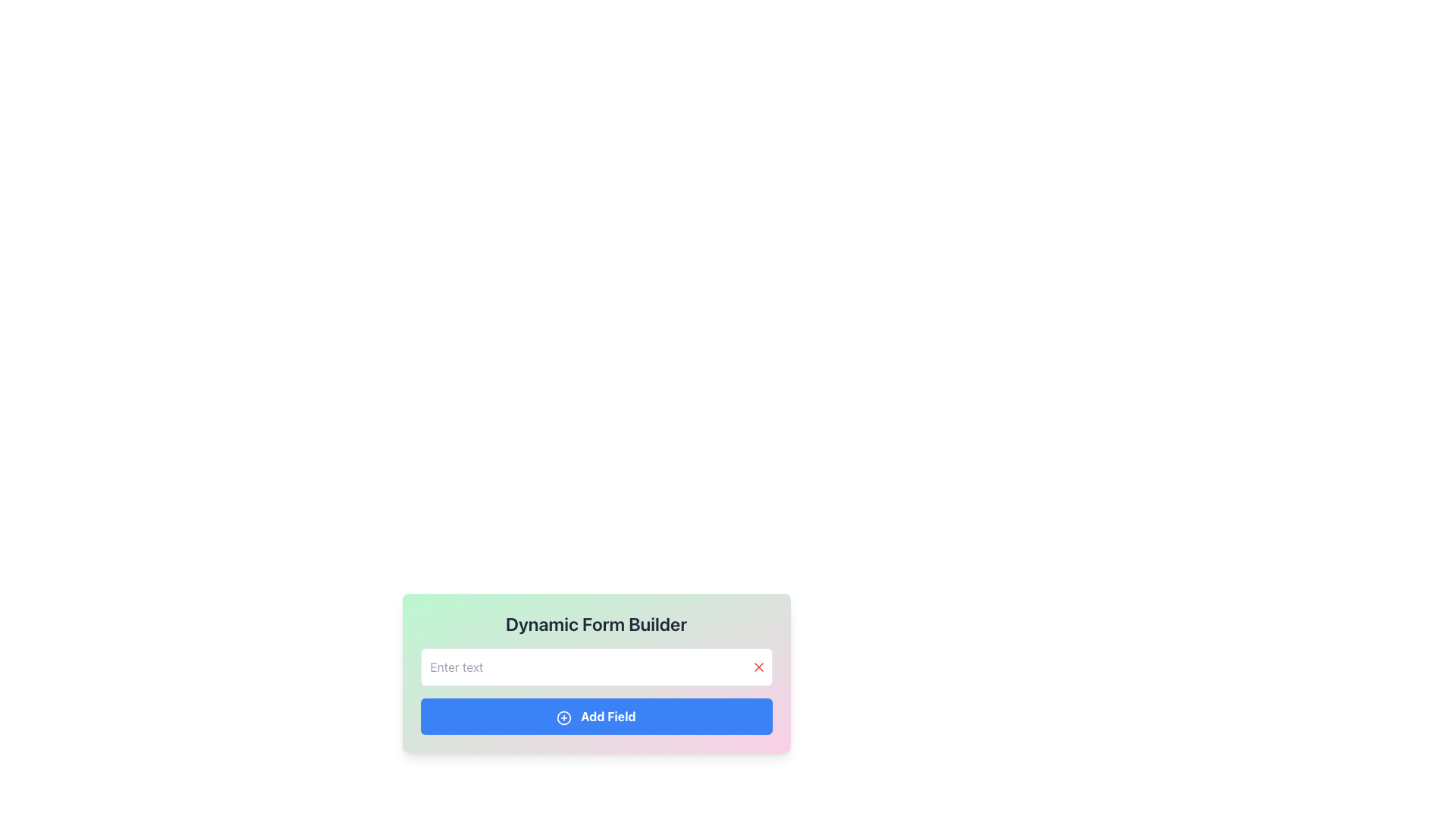 The image size is (1456, 819). What do you see at coordinates (595, 717) in the screenshot?
I see `the button labeled 'Add Field' in the 'Dynamic Form Builder' to change its color` at bounding box center [595, 717].